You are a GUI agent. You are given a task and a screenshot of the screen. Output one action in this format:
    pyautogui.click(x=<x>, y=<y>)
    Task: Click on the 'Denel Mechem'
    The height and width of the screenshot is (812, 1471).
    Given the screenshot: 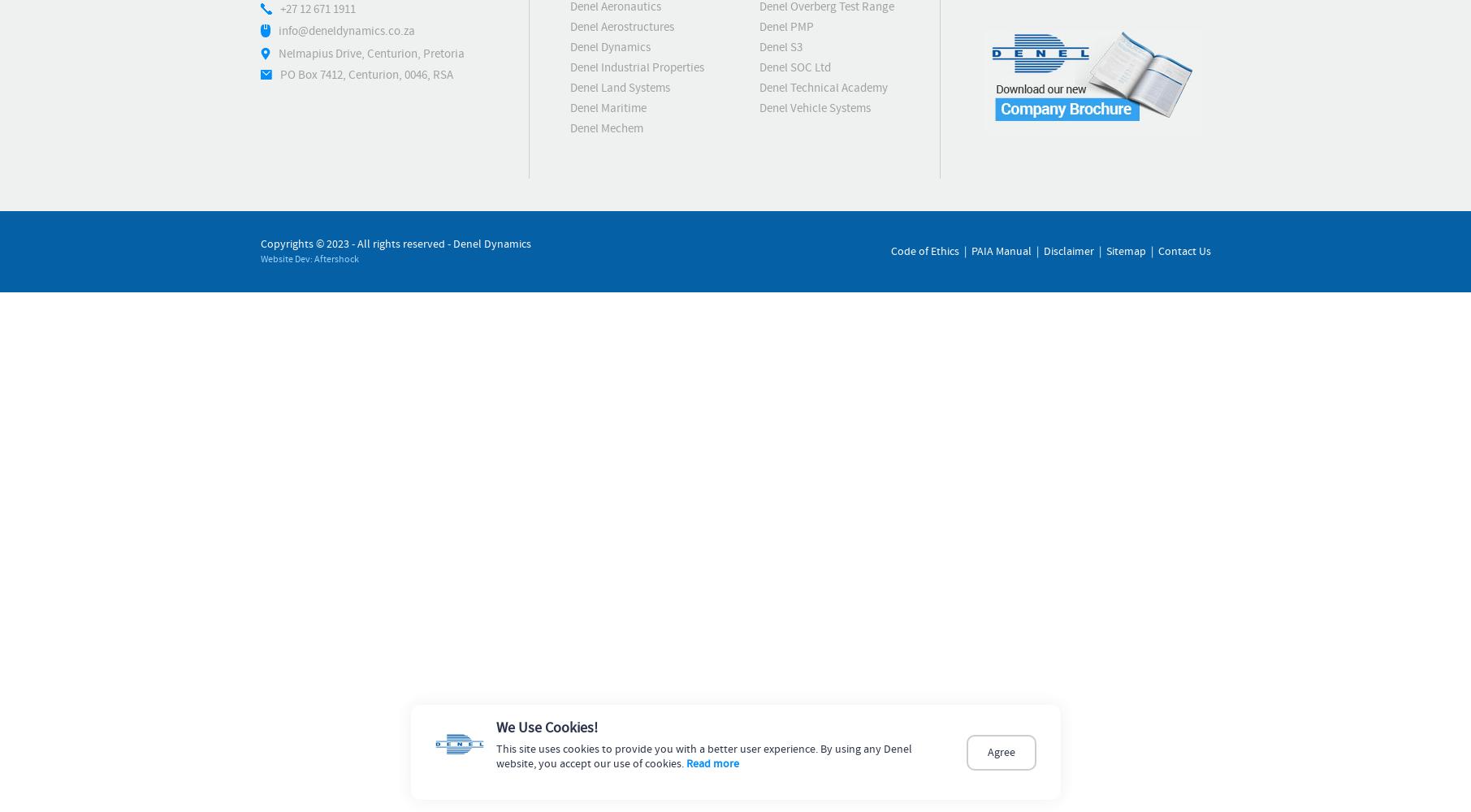 What is the action you would take?
    pyautogui.click(x=606, y=128)
    